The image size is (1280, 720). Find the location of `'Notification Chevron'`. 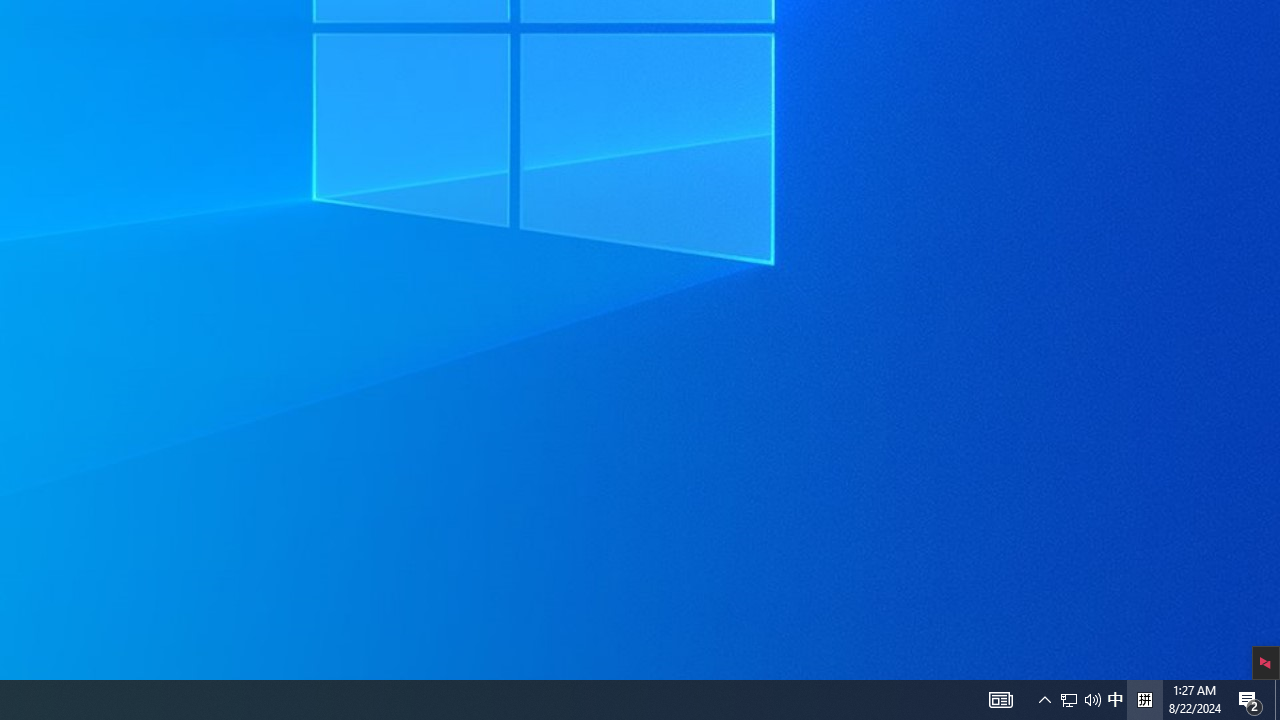

'Notification Chevron' is located at coordinates (1000, 698).